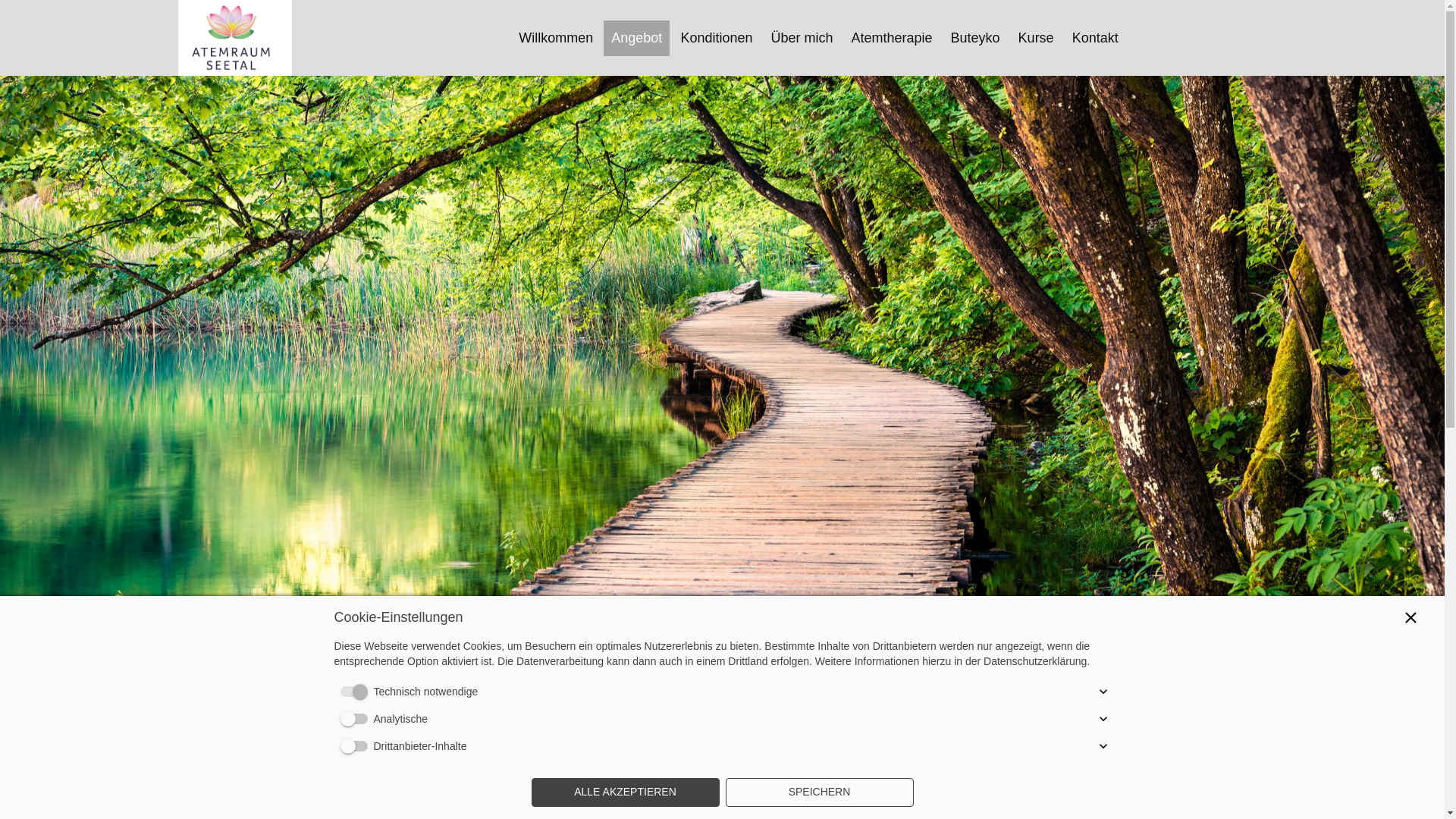 The image size is (1456, 819). I want to click on 'Konditionen', so click(715, 37).